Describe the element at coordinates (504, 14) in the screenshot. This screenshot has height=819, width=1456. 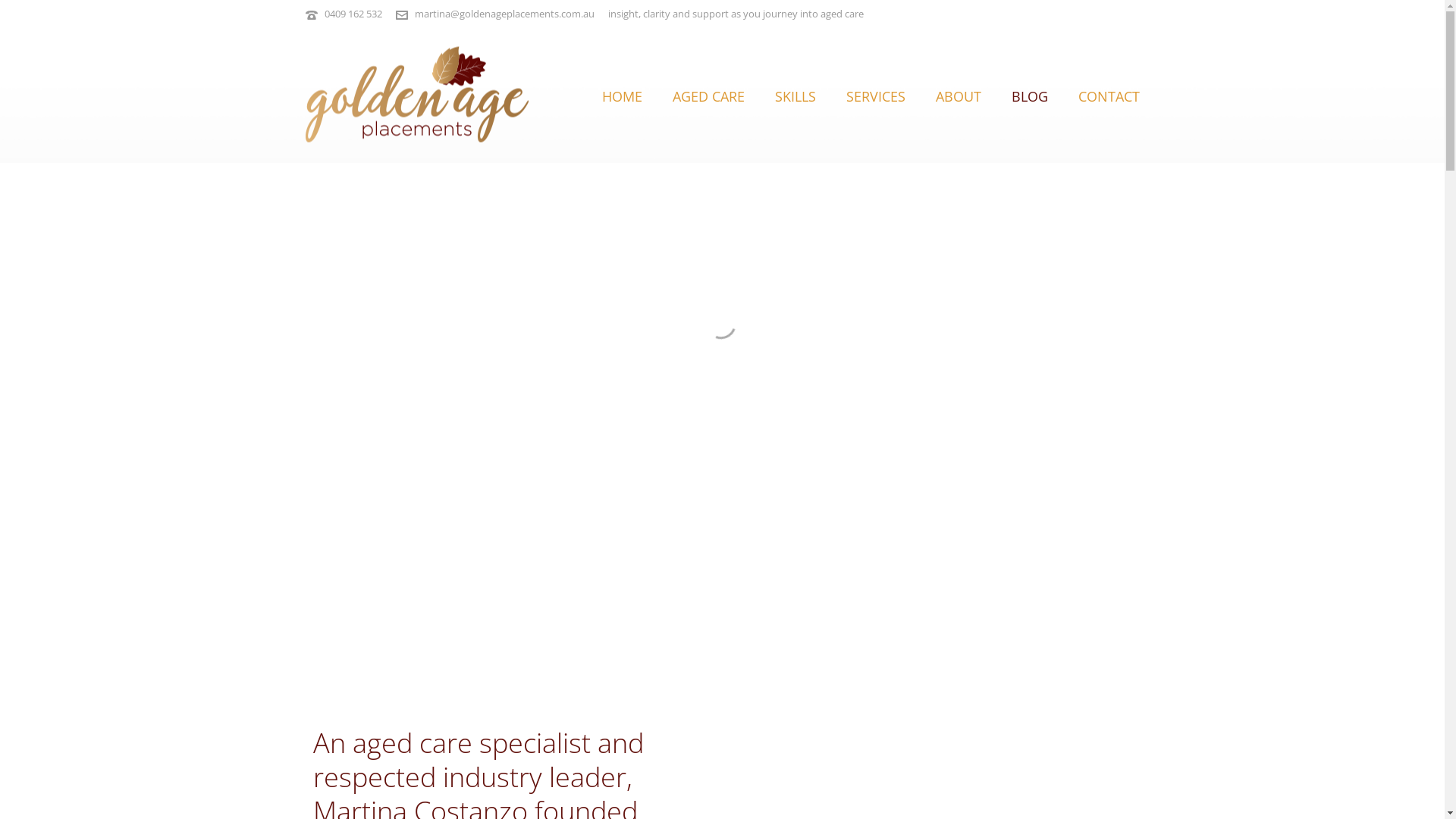
I see `'martina@goldenageplacements.com.au'` at that location.